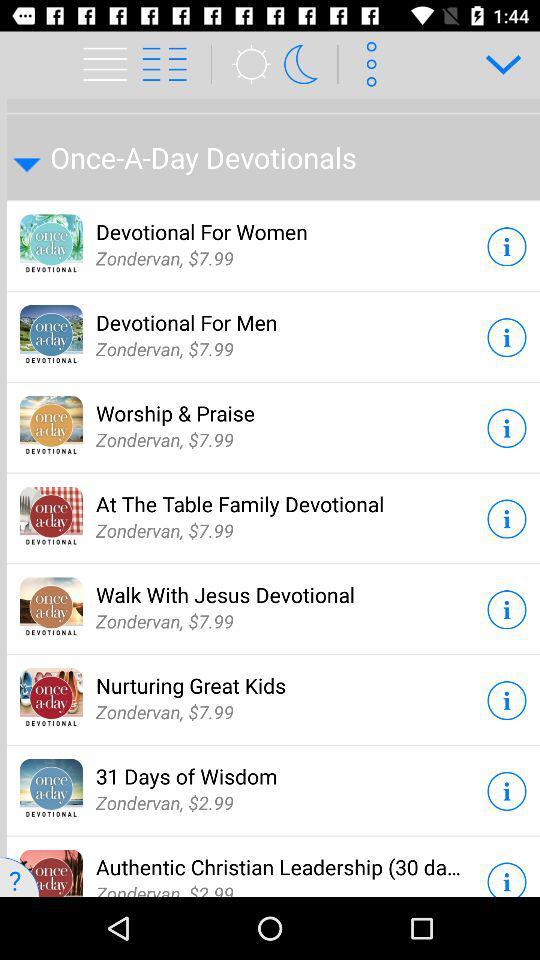 The image size is (540, 960). I want to click on the weather icon, so click(245, 64).